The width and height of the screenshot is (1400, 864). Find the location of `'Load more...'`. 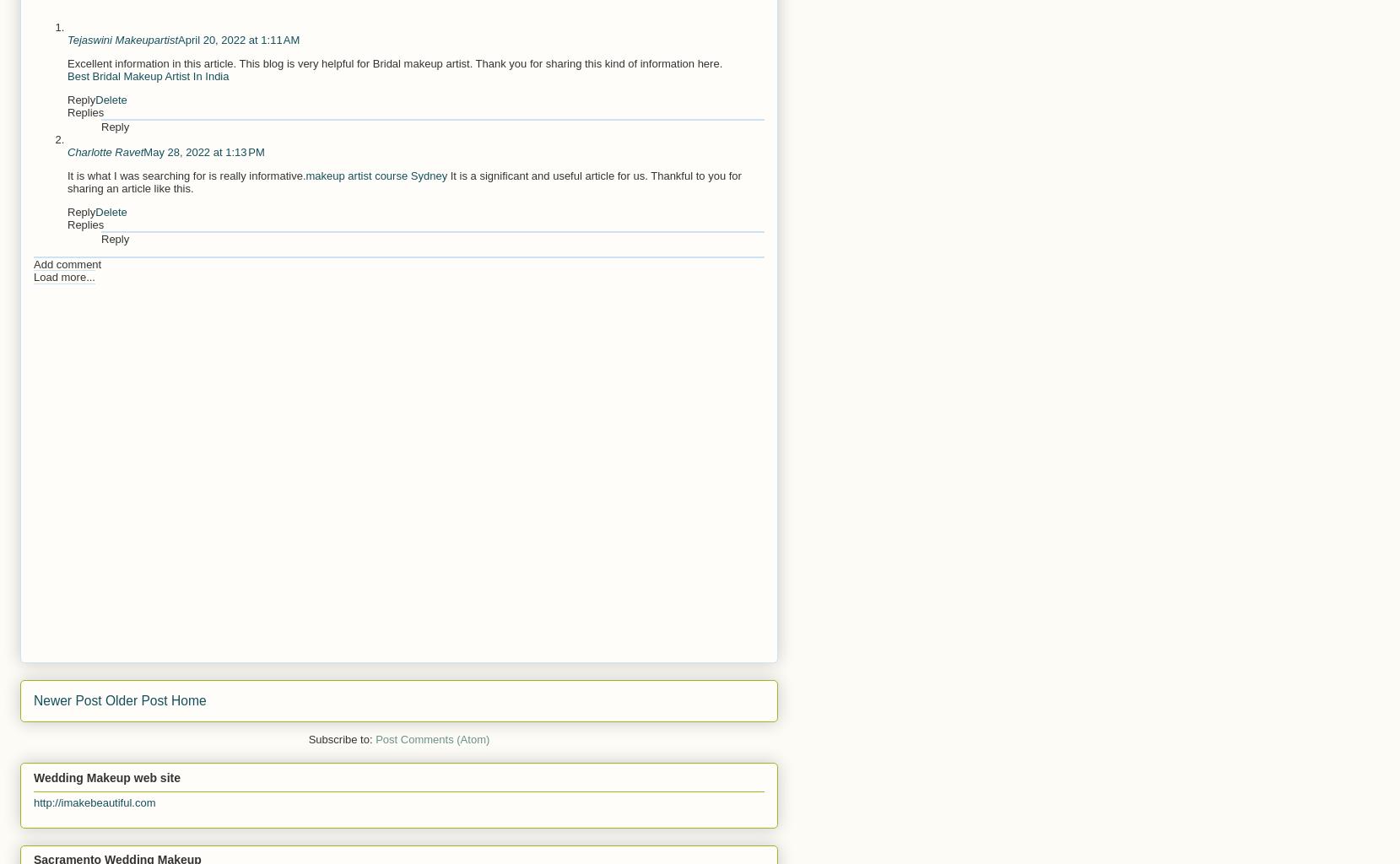

'Load more...' is located at coordinates (63, 276).